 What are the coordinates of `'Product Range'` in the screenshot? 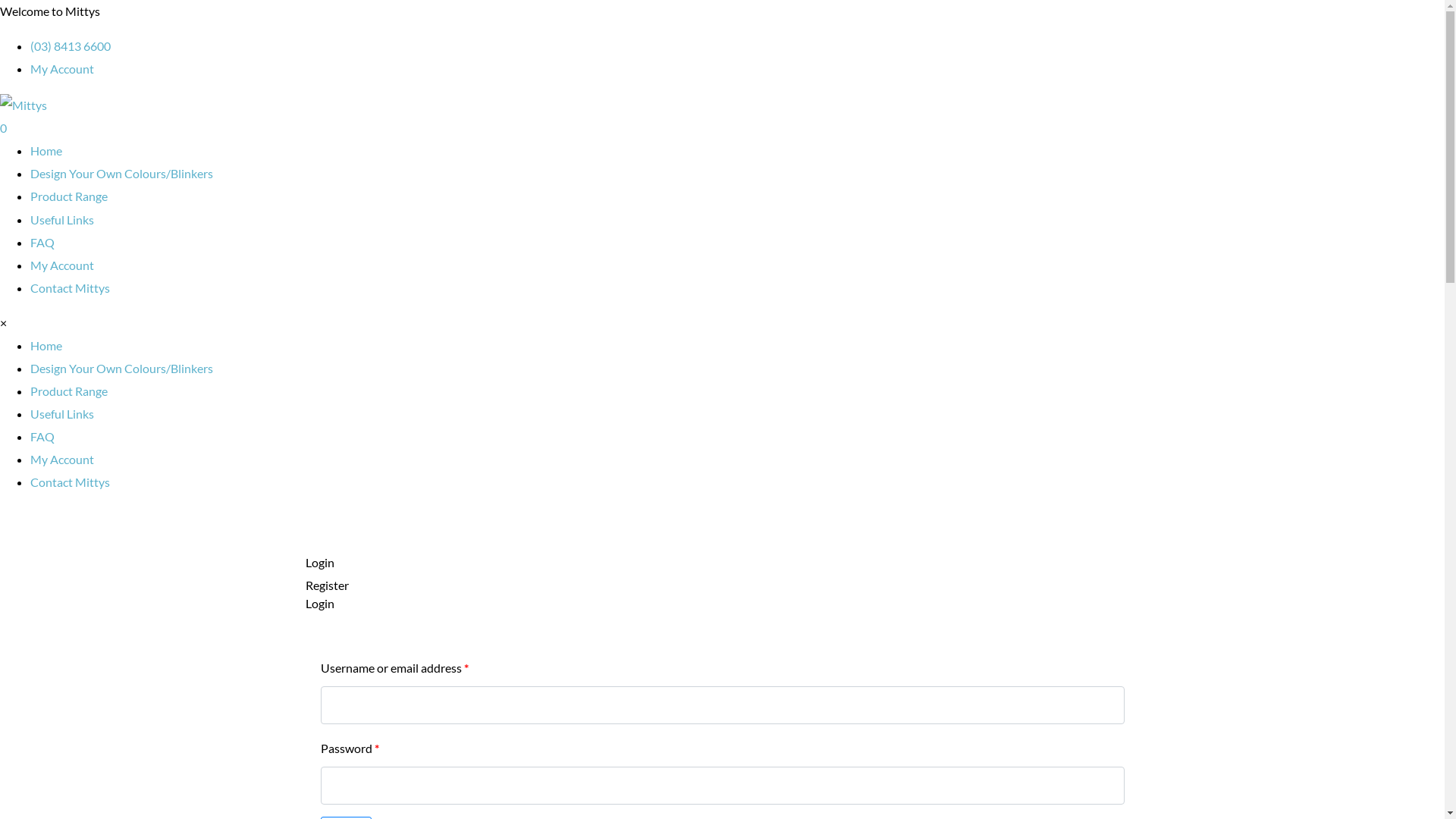 It's located at (68, 390).